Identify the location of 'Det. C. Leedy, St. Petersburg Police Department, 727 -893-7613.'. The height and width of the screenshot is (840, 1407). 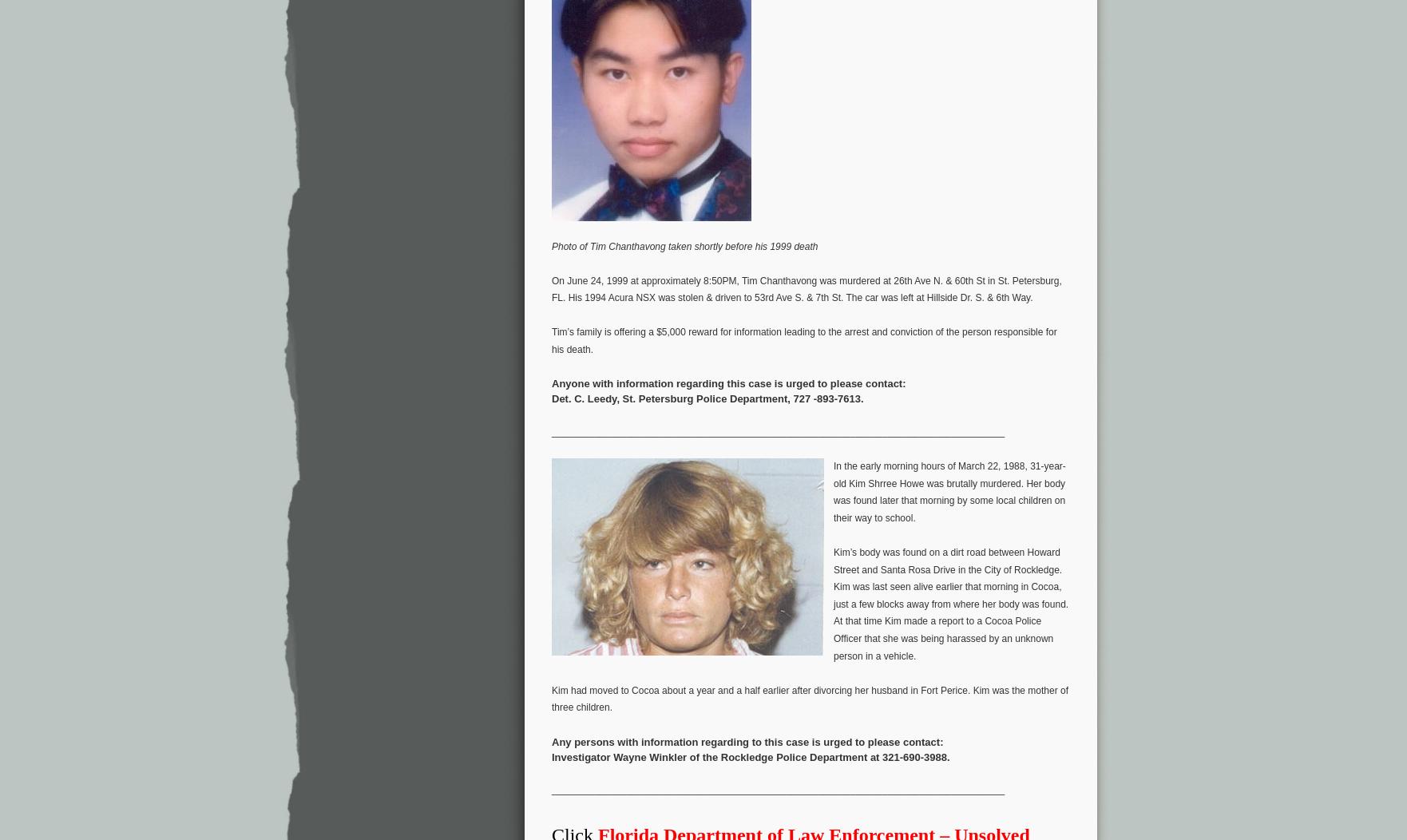
(707, 398).